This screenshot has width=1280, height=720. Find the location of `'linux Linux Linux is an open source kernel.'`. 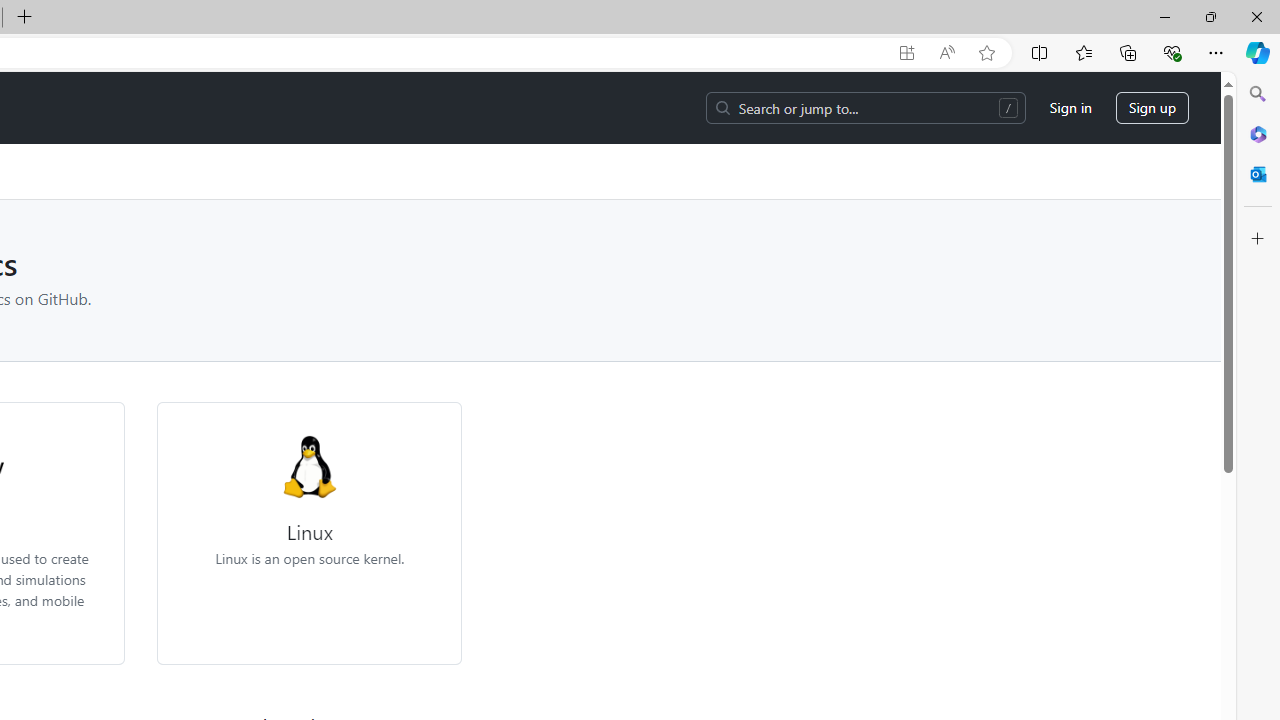

'linux Linux Linux is an open source kernel.' is located at coordinates (308, 500).